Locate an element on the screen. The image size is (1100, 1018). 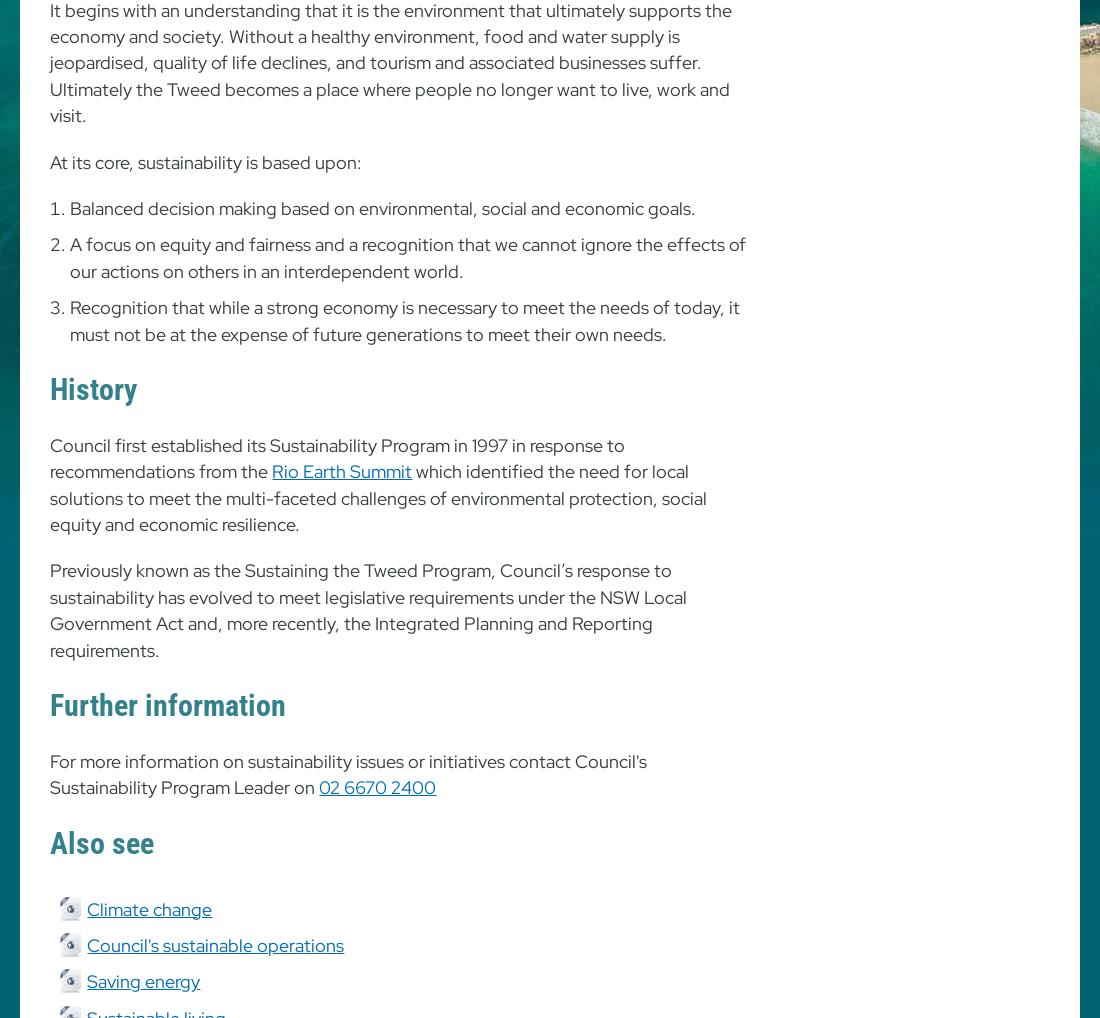
'Balanced decision making based on environmental, social and economic goals.' is located at coordinates (383, 207).